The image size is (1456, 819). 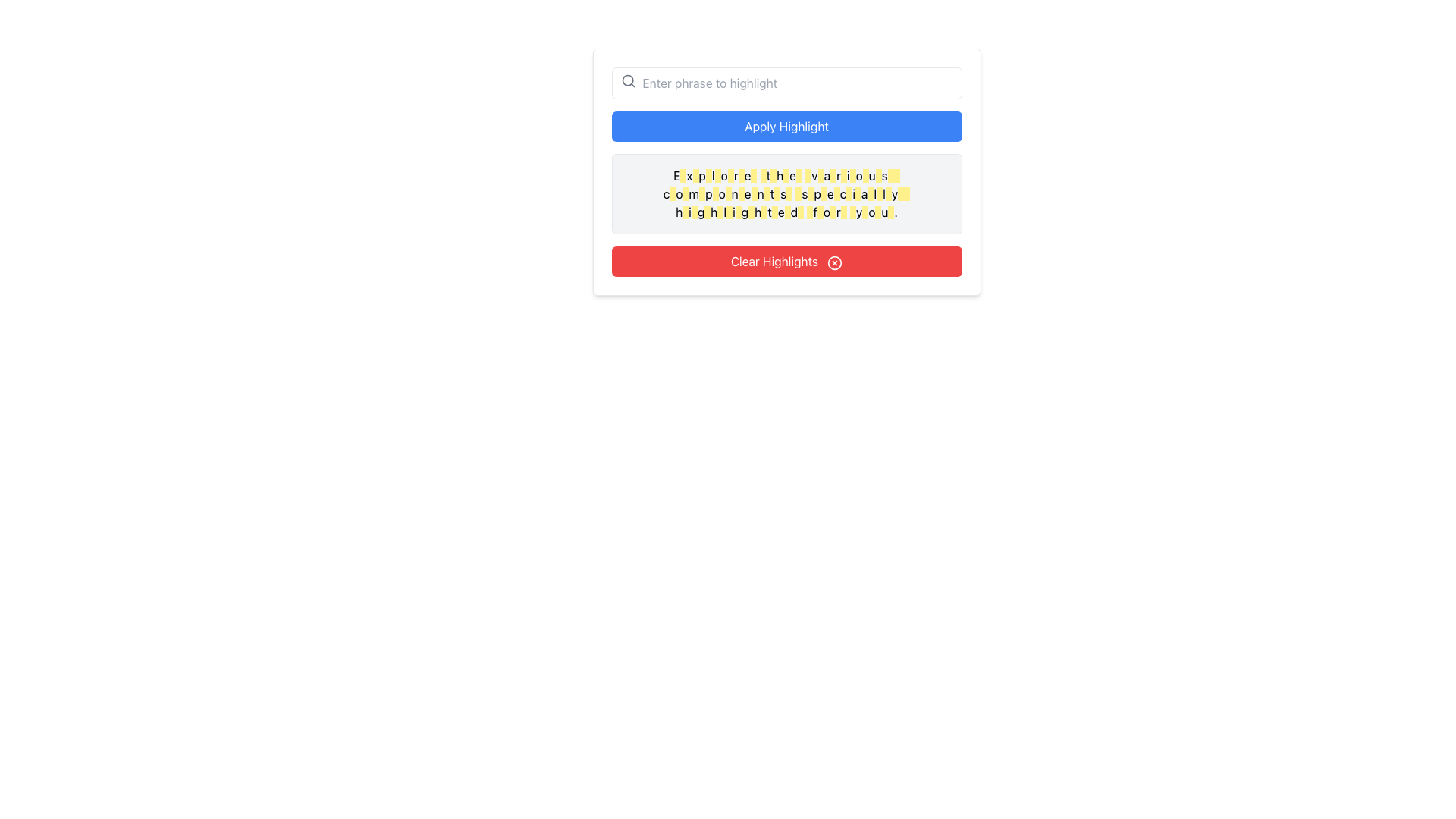 What do you see at coordinates (843, 174) in the screenshot?
I see `the fifteenth yellow-highlighted rectangle that serves as a decorative indicator in the phrase 'Explore the various components specially highlighted for you.'` at bounding box center [843, 174].